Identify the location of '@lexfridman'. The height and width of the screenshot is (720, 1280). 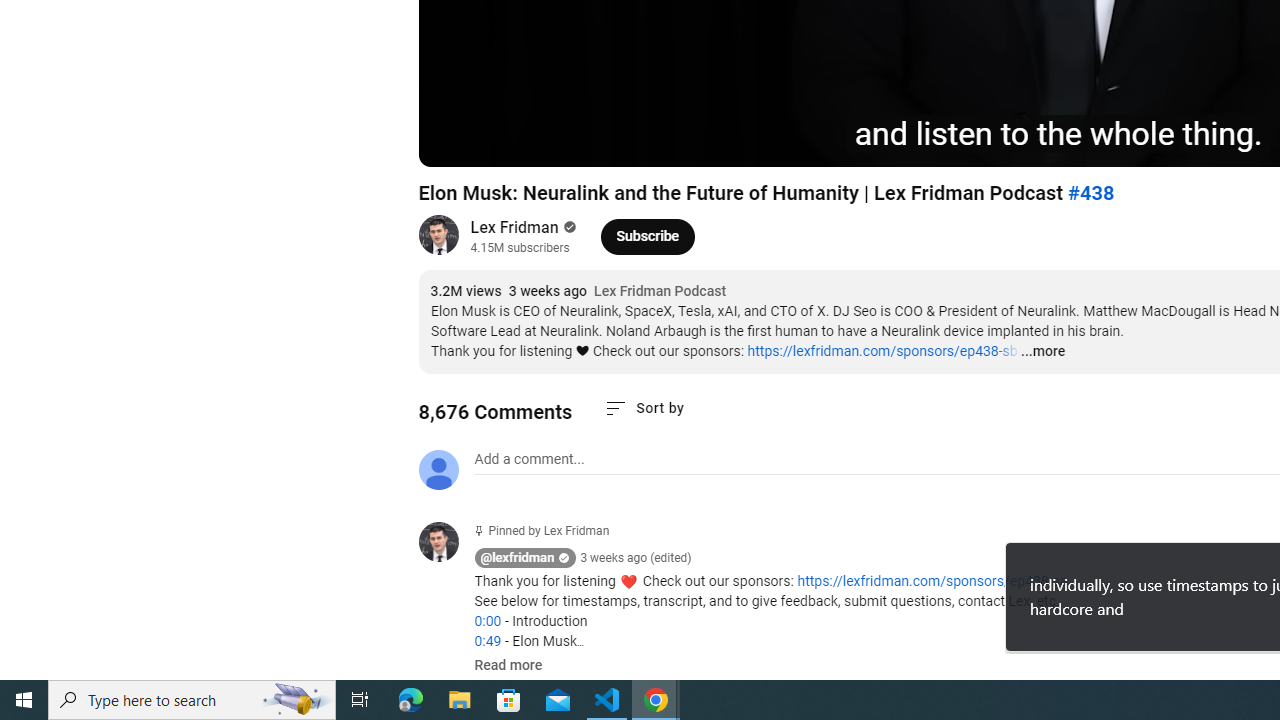
(517, 558).